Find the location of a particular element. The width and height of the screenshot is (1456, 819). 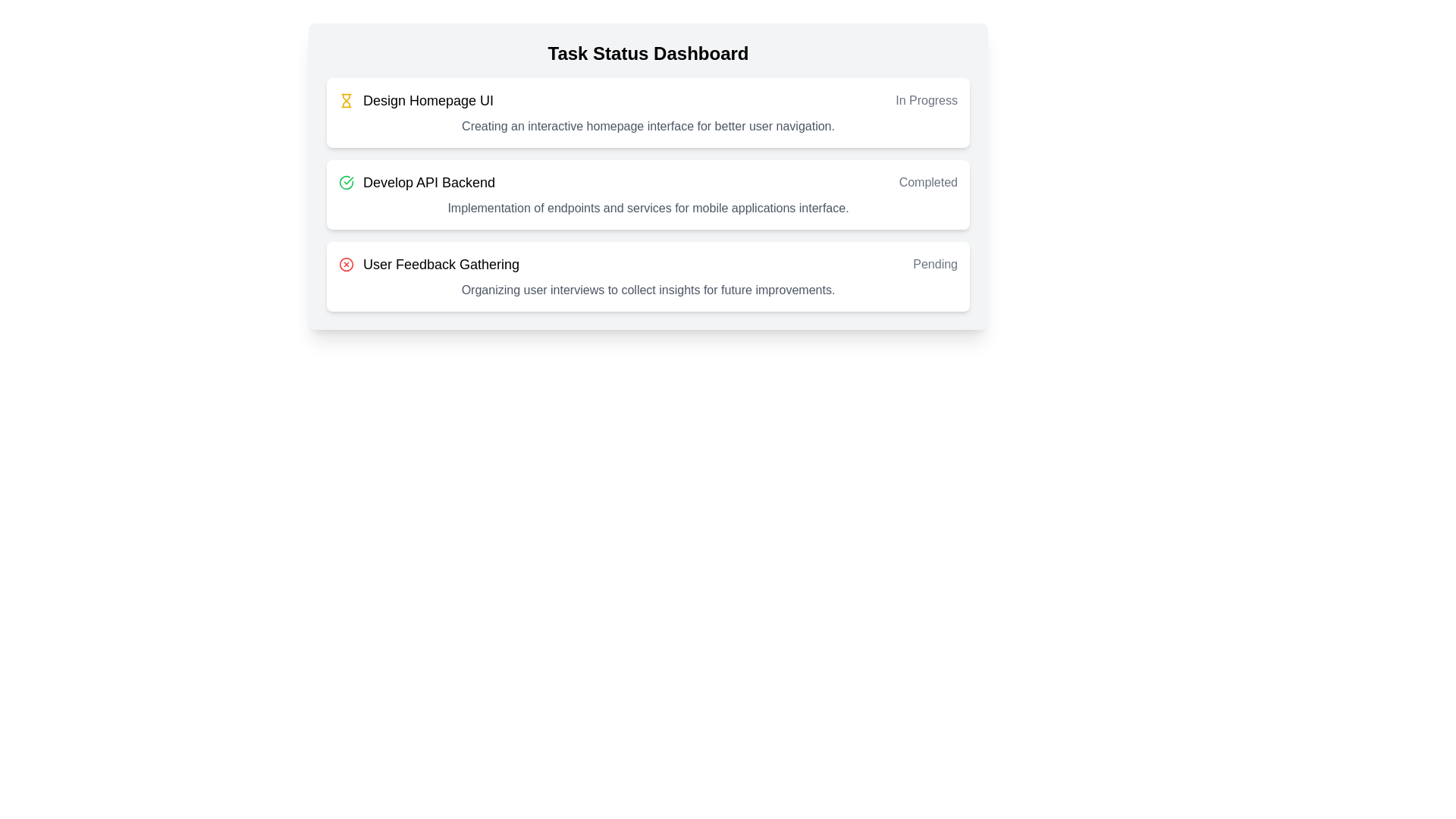

the yellow hourglass icon located on the left side of the 'Design Homepage UI' task row is located at coordinates (345, 100).